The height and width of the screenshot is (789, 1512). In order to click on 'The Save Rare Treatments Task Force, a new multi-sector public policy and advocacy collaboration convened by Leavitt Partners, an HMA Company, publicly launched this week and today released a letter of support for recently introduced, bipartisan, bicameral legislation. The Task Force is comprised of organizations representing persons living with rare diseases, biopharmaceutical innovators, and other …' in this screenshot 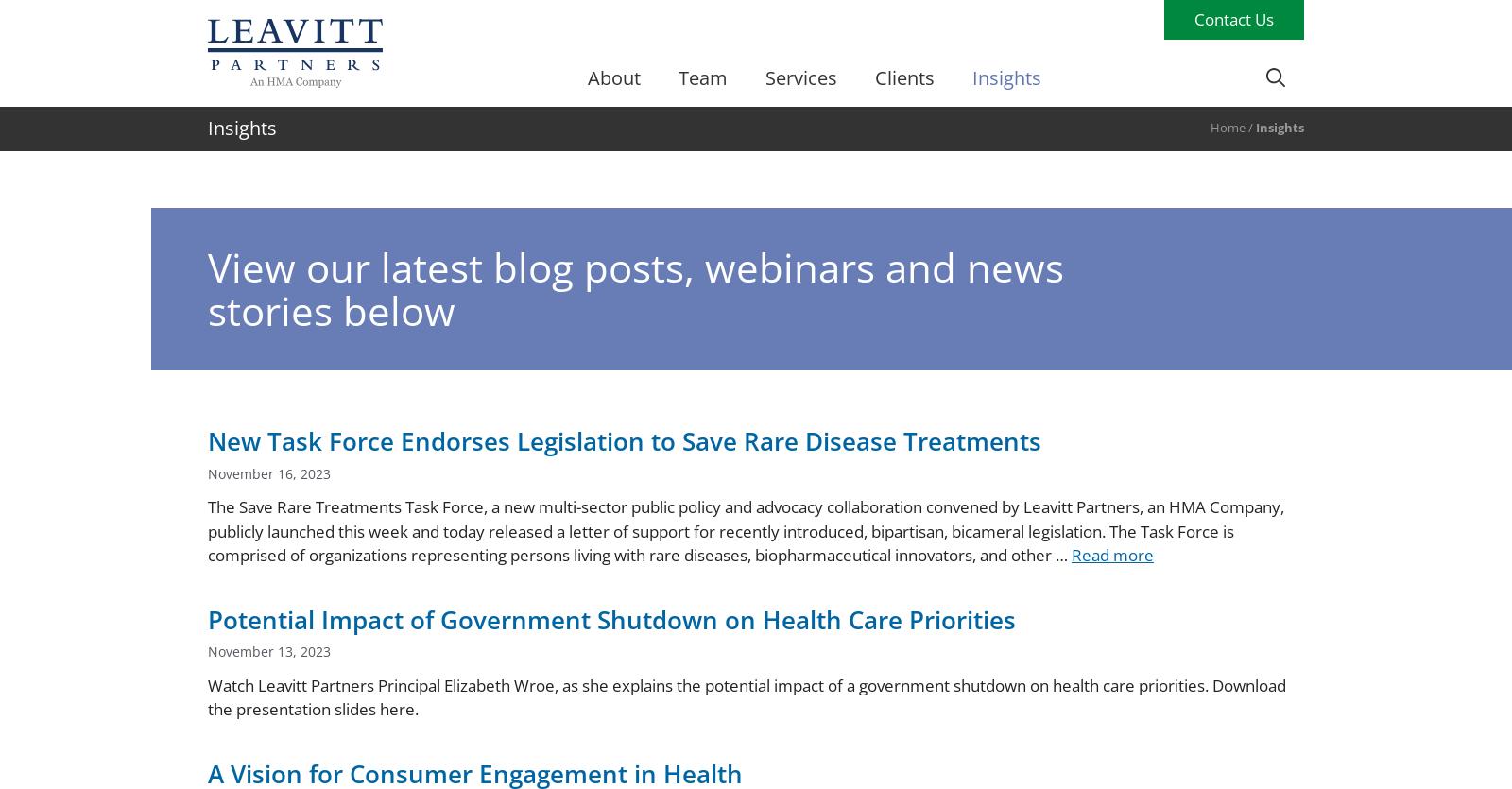, I will do `click(746, 531)`.